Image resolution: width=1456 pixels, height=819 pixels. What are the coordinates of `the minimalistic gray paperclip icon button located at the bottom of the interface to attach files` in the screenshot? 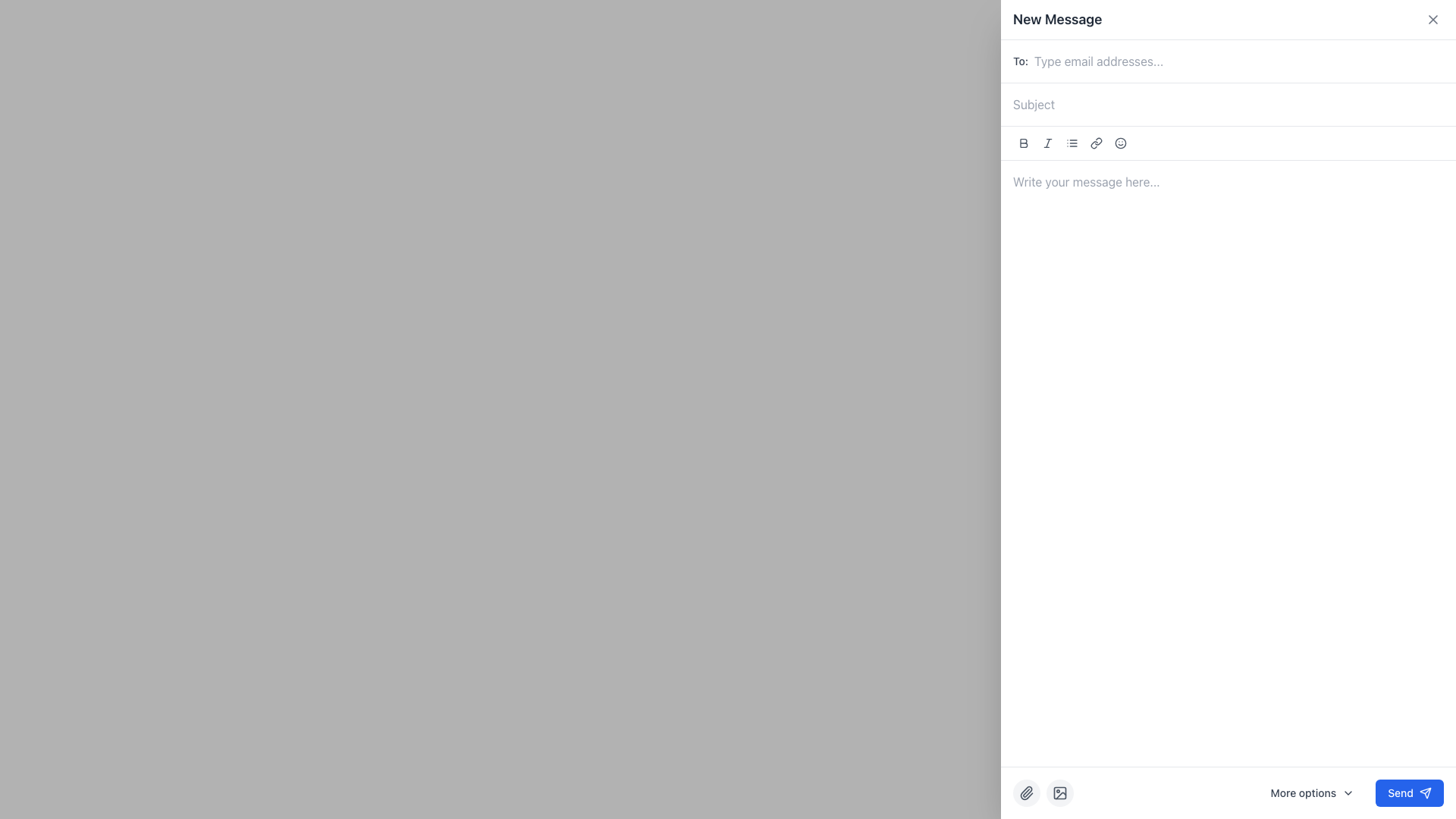 It's located at (1026, 792).